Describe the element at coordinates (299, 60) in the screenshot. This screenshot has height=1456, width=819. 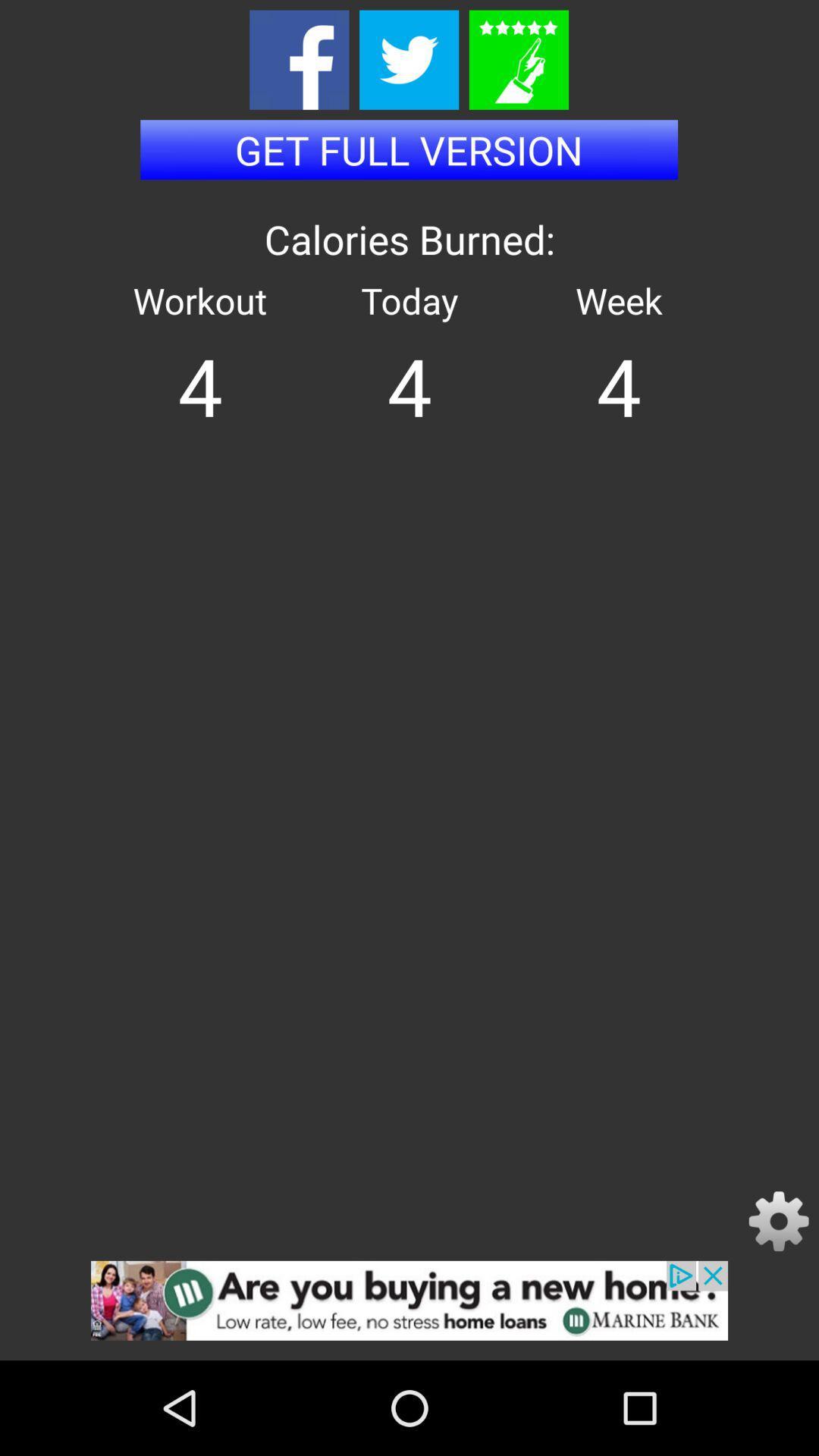
I see `share on facebook` at that location.